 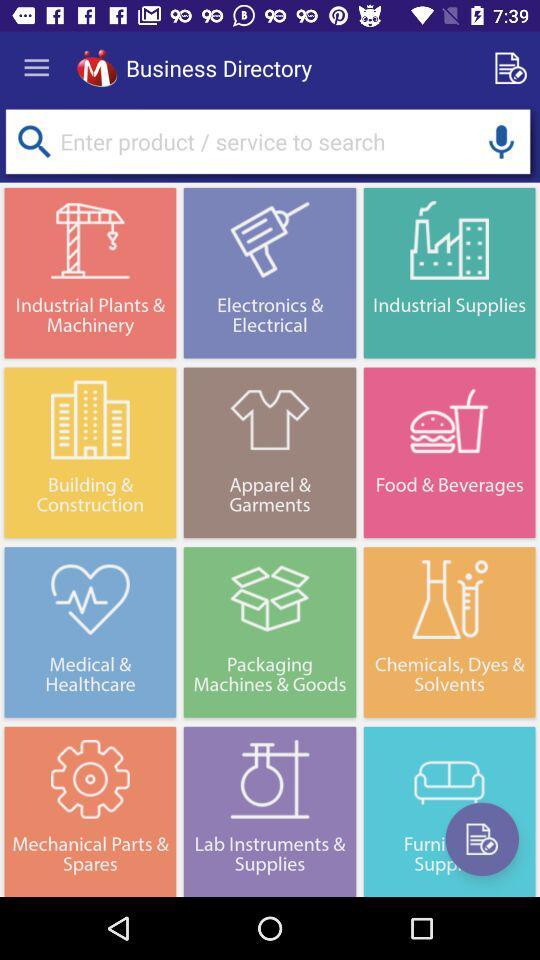 I want to click on new advertisement, so click(x=514, y=68).